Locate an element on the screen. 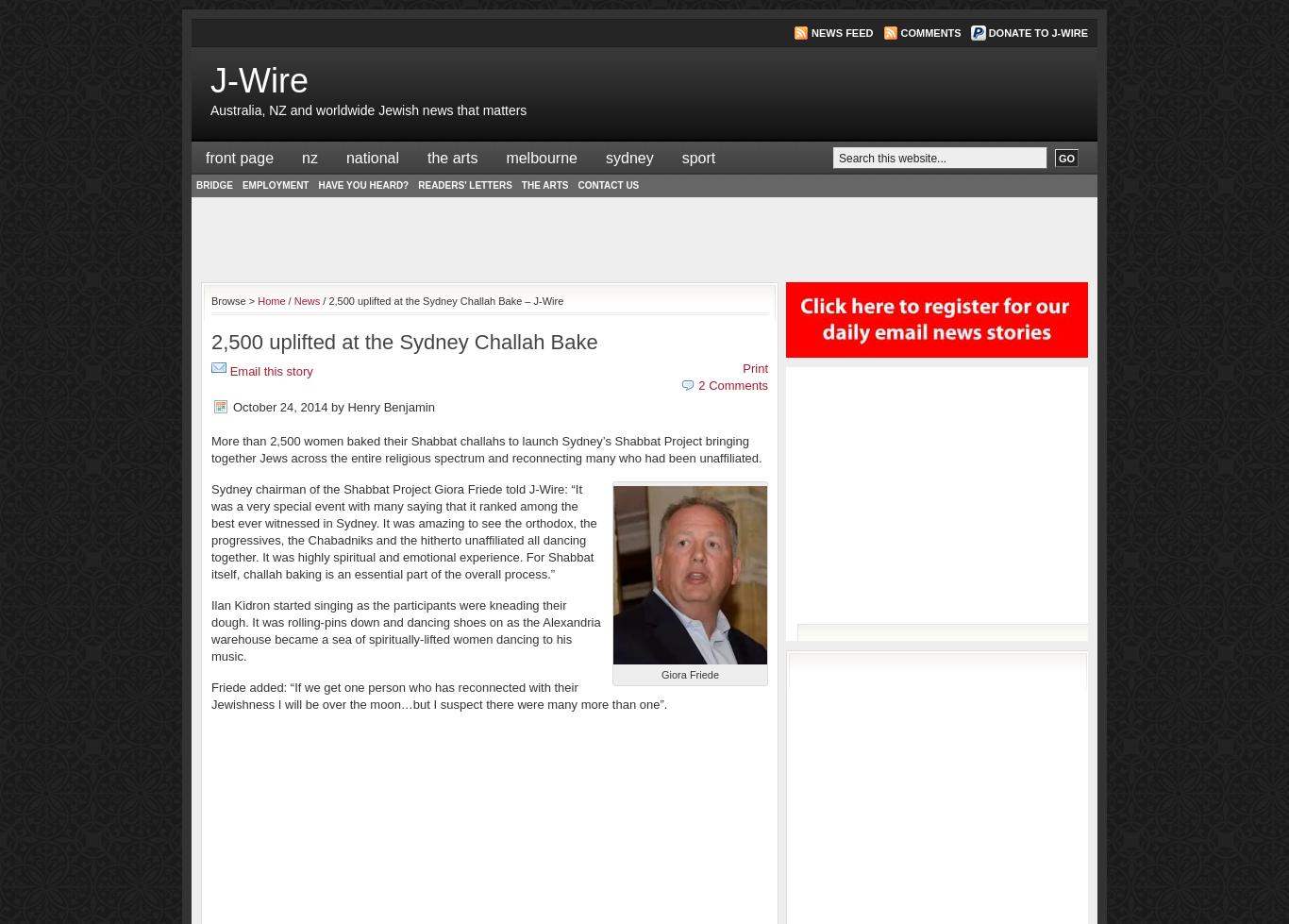  '/' is located at coordinates (289, 300).